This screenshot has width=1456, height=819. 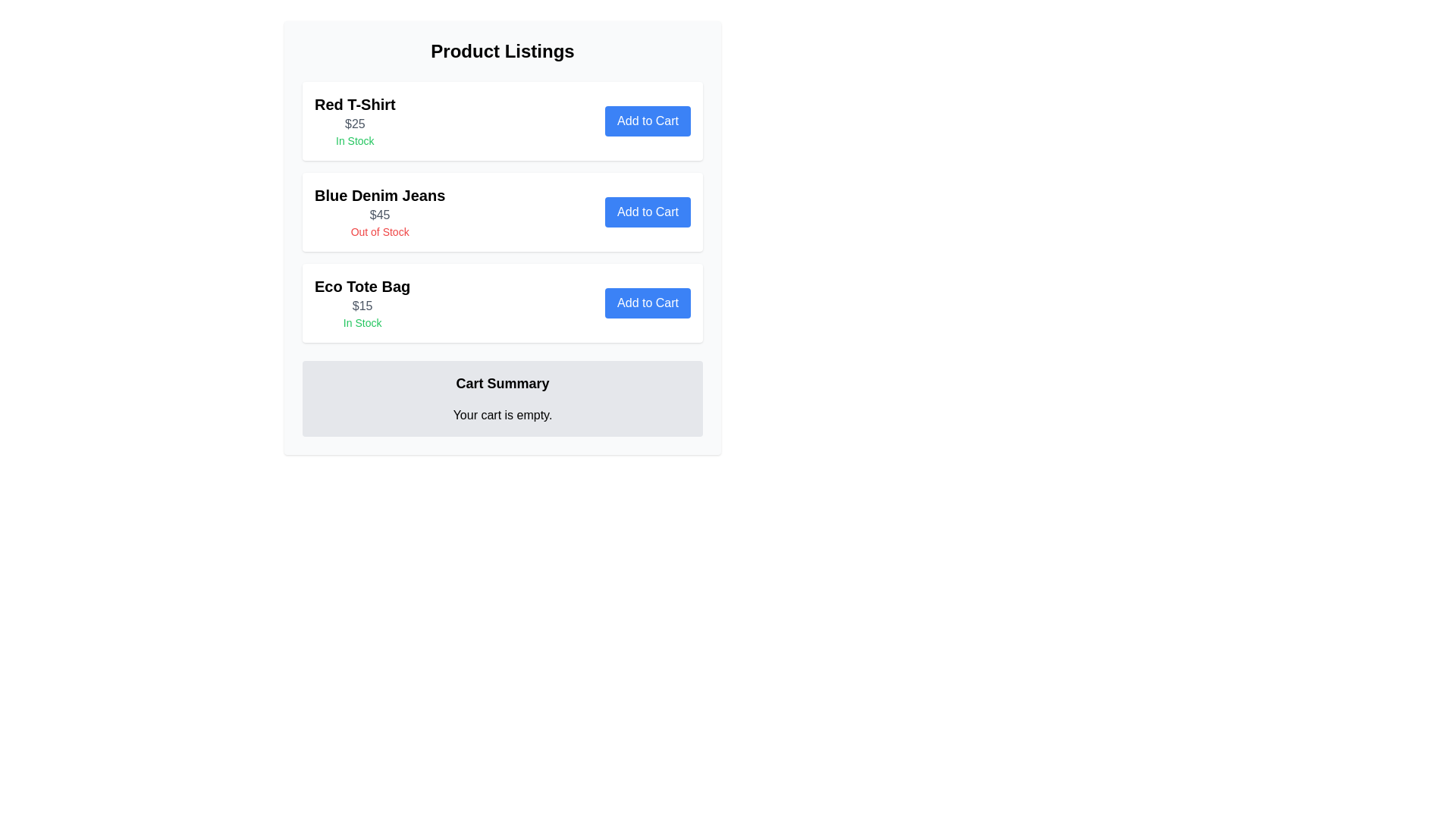 I want to click on text label displaying 'In Stock' in light green font, which is located below the price label of the product 'Eco Tote Bag' in the third product card of the vertical product list, so click(x=362, y=322).